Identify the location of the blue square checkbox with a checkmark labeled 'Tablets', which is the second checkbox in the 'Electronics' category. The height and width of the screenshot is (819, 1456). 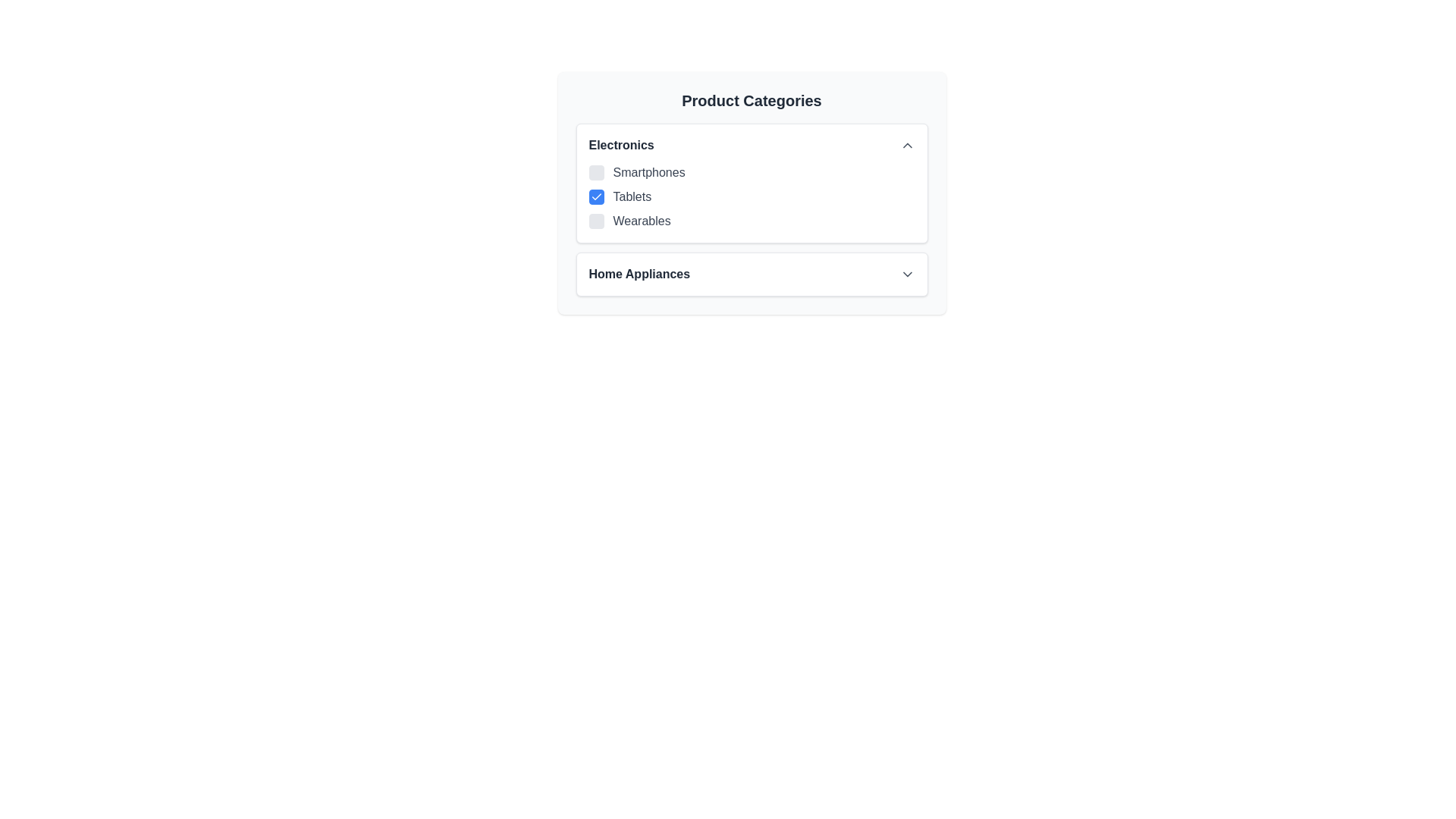
(752, 192).